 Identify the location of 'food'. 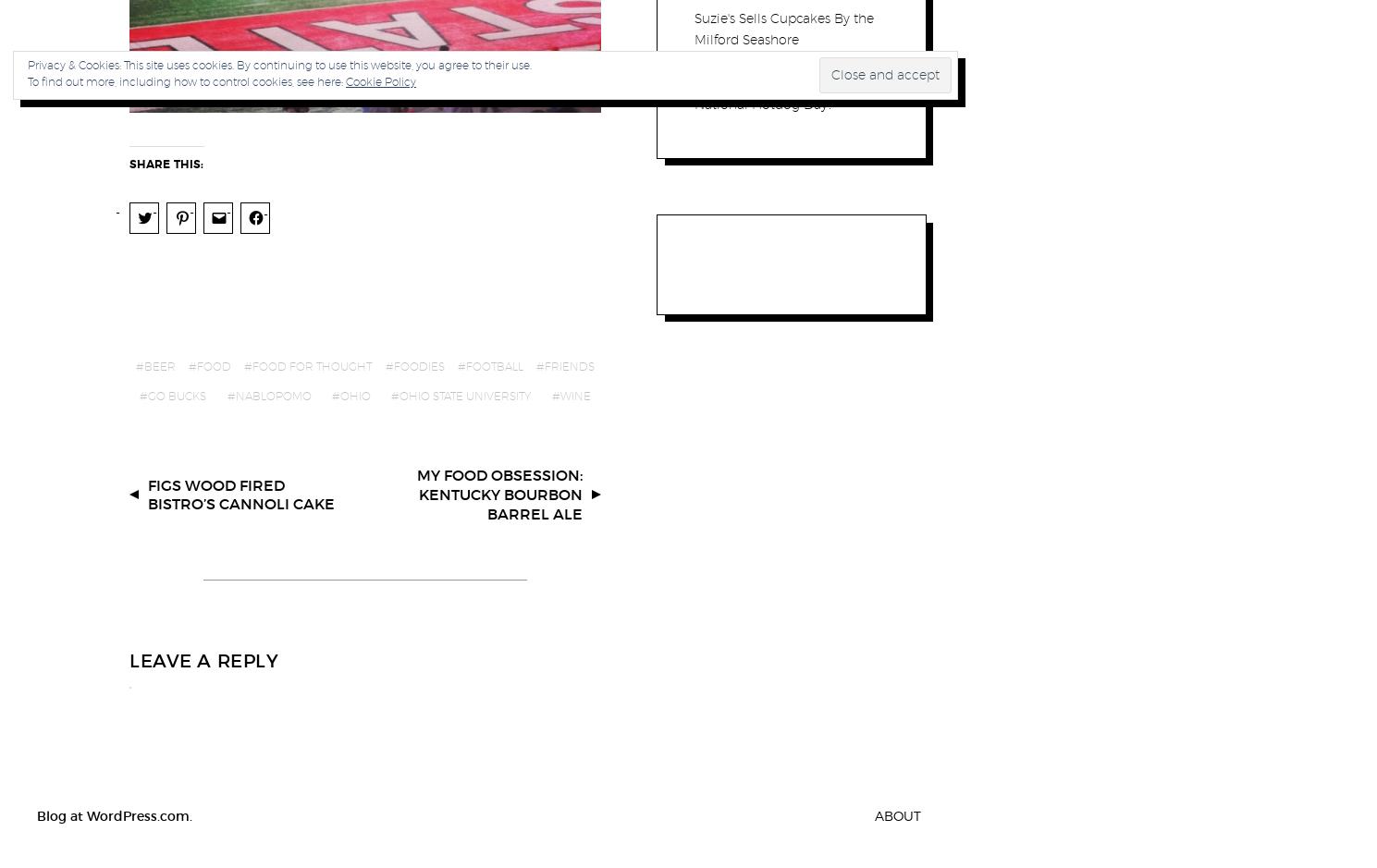
(214, 366).